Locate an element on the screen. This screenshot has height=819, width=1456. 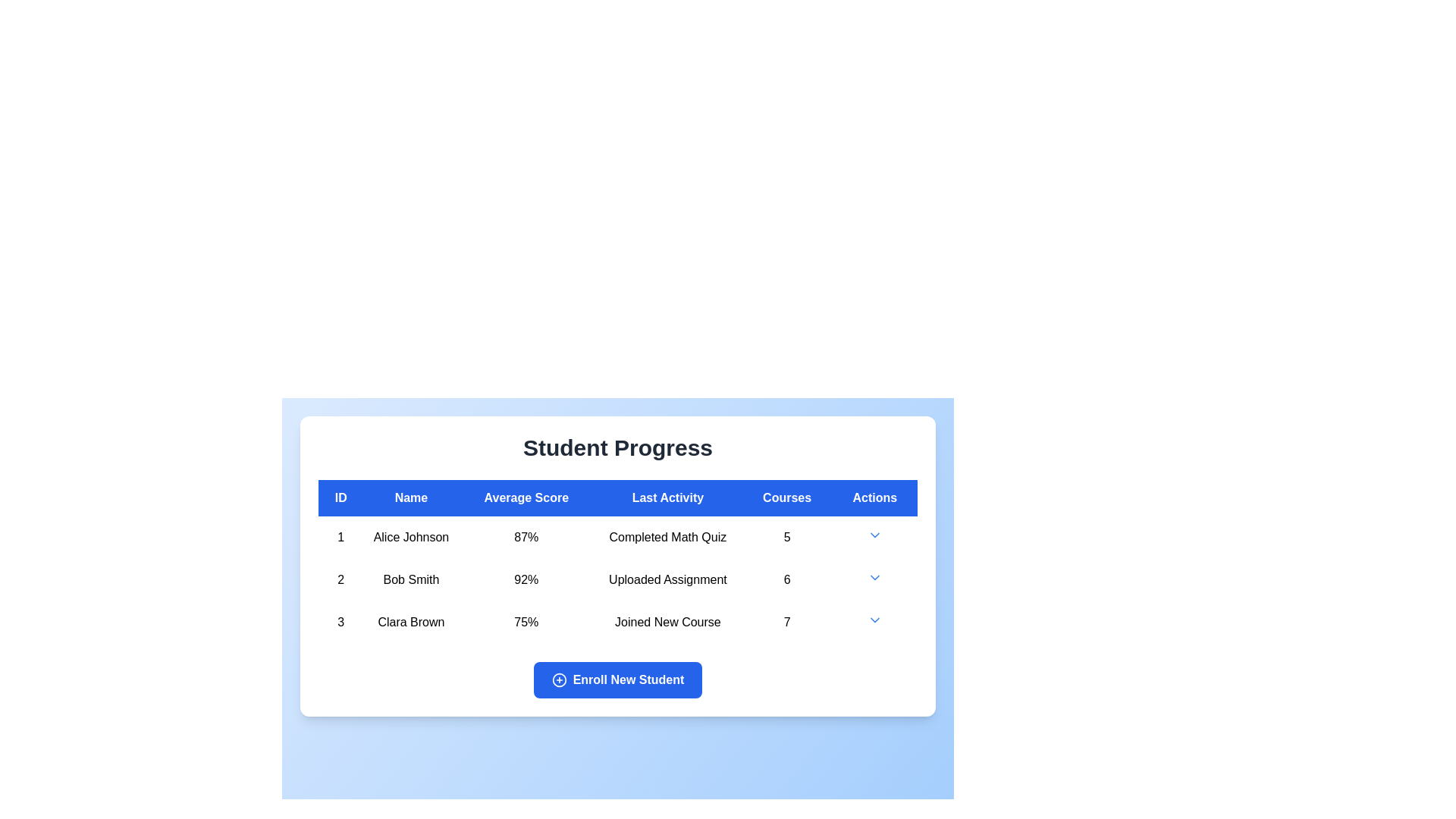
the 'Student Progress' header text, which is styled with bold and large font size, centrally aligned at the top of a white card-like panel is located at coordinates (618, 447).